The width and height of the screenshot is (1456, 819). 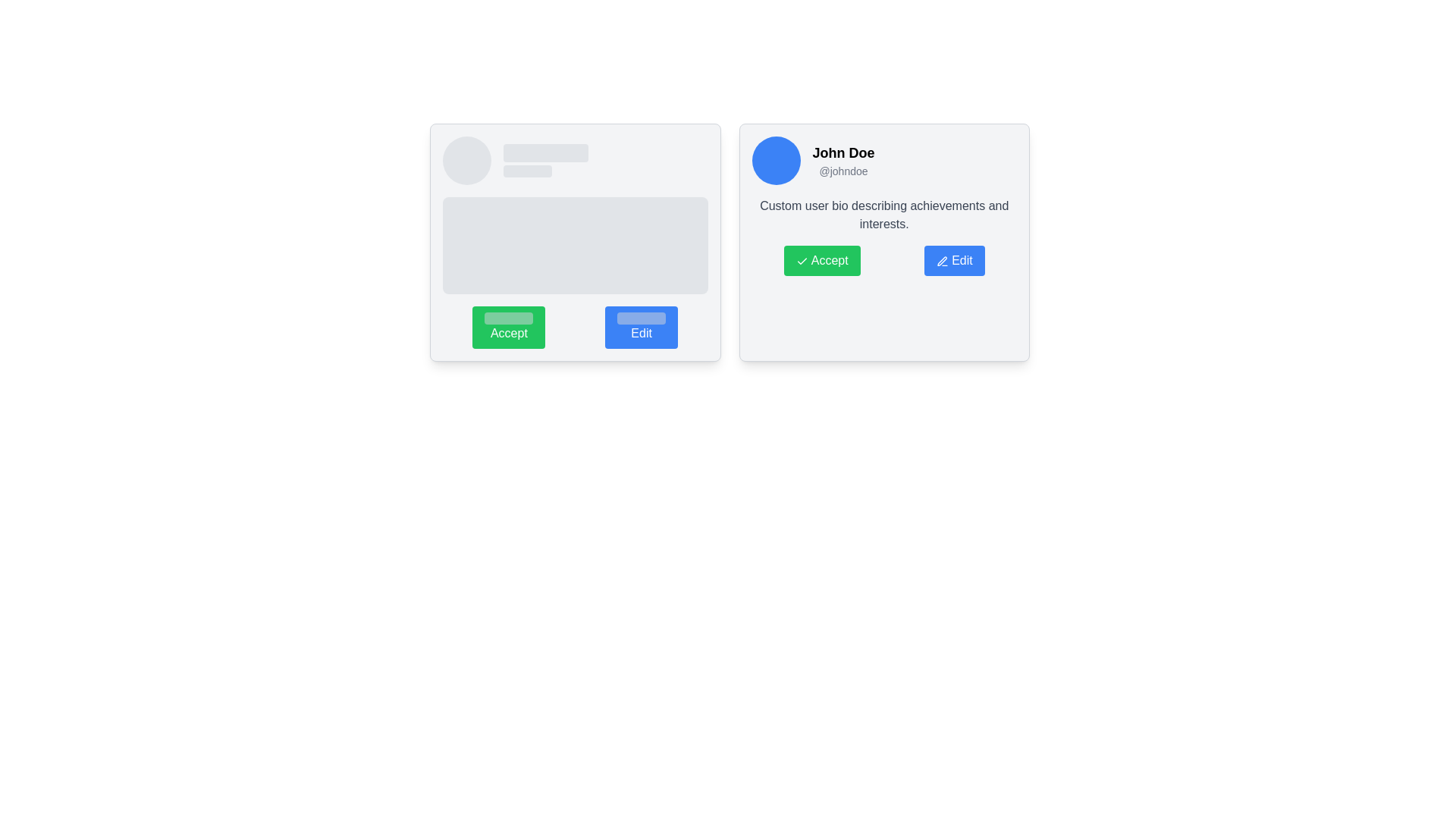 What do you see at coordinates (843, 152) in the screenshot?
I see `the bold-styled text label reading 'John Doe' located in the user profile panel on the right side of the interface, positioned above the smaller text '@johndoe'` at bounding box center [843, 152].